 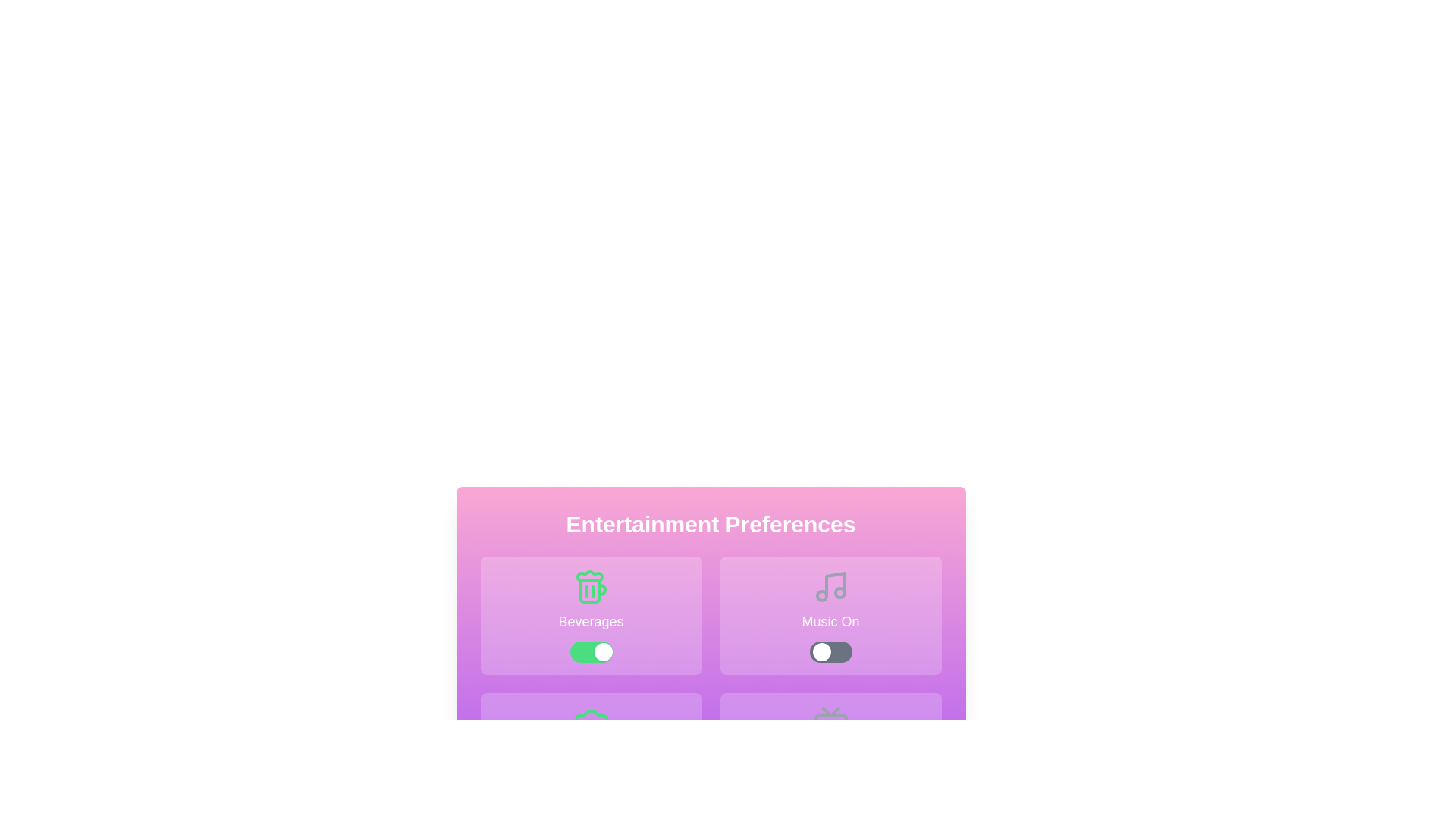 What do you see at coordinates (590, 616) in the screenshot?
I see `the icon corresponding to the feature Beverages` at bounding box center [590, 616].